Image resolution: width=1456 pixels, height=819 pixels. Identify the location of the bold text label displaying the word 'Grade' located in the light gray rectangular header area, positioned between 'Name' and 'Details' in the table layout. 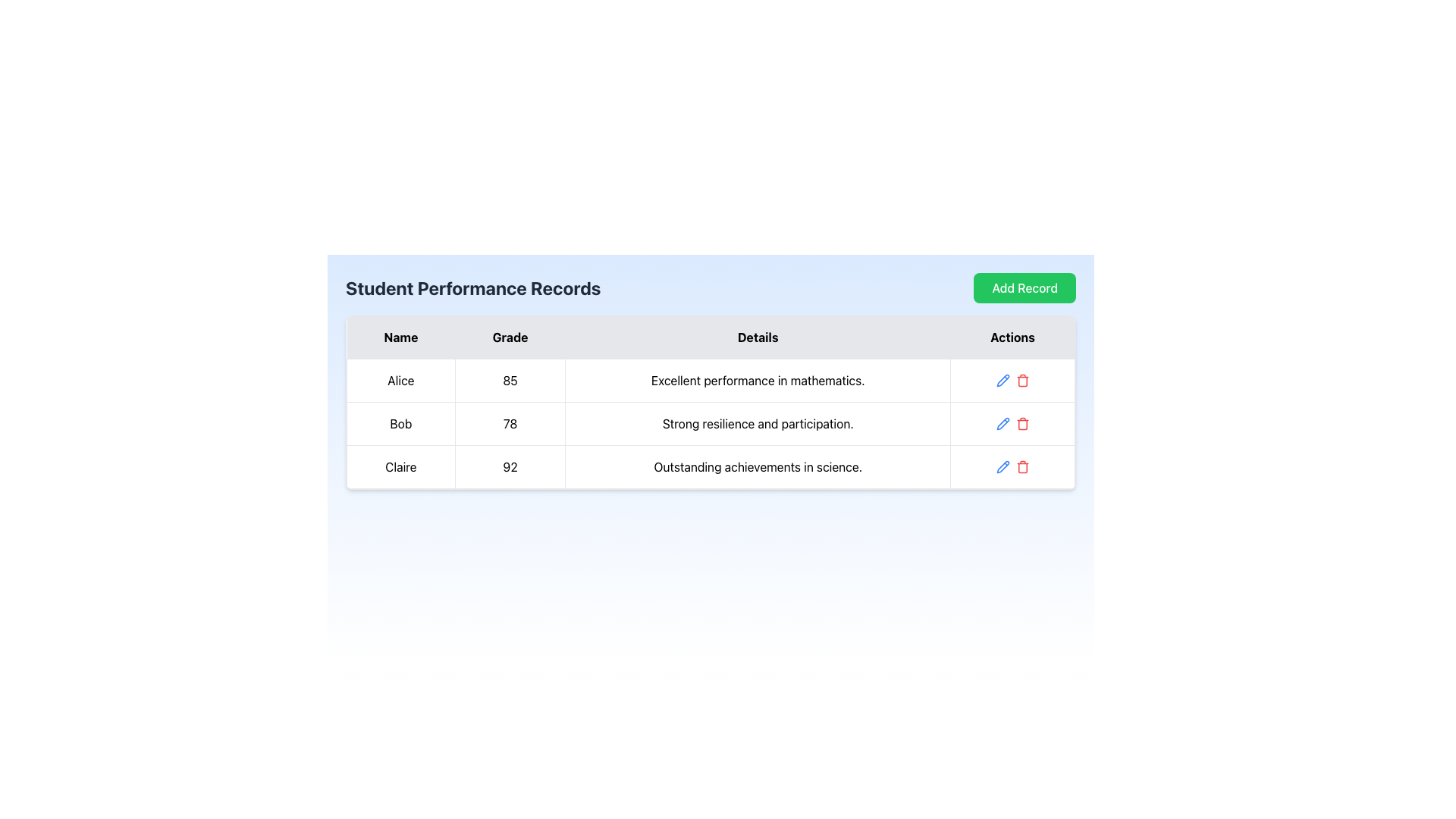
(510, 337).